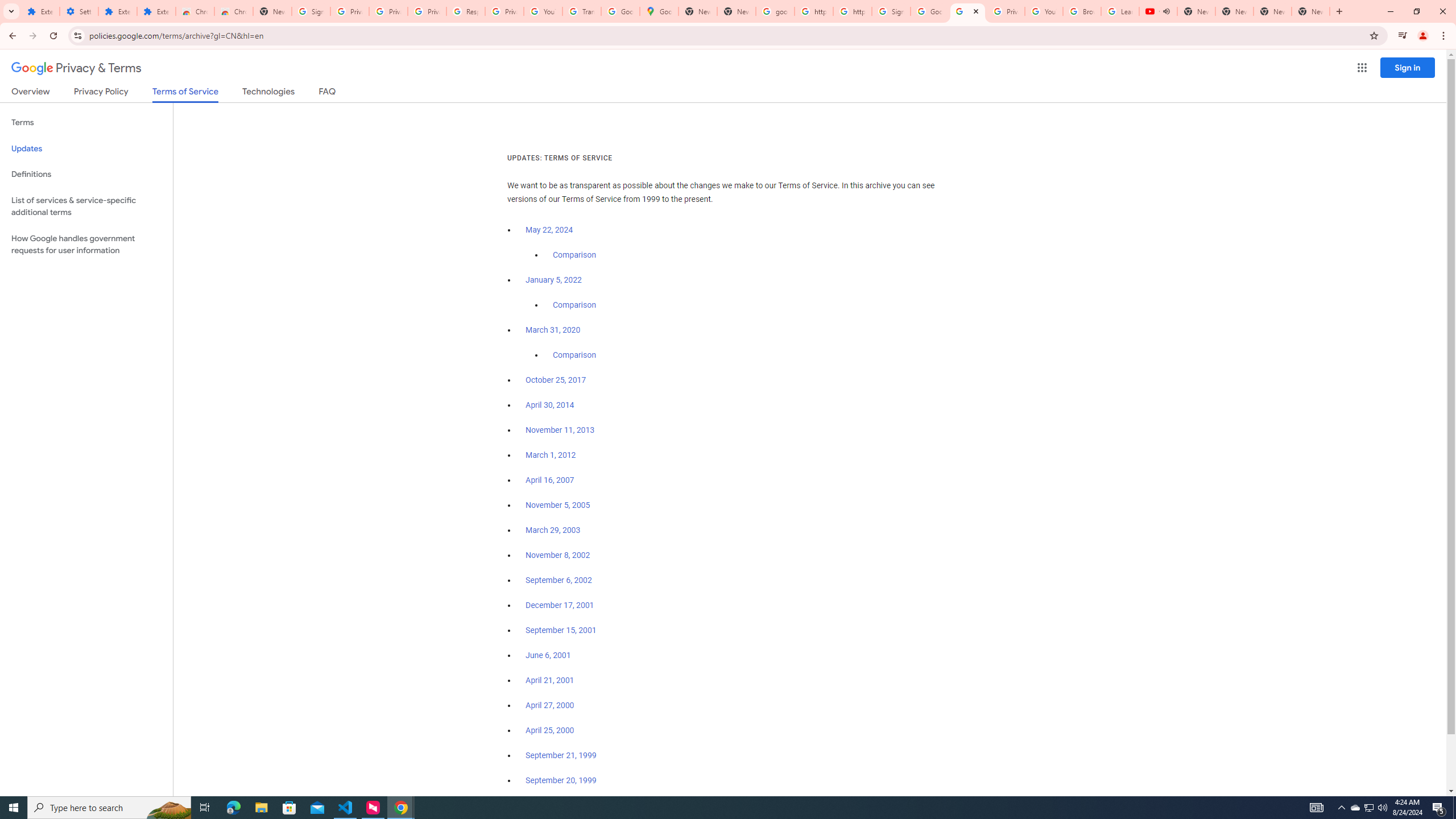 Image resolution: width=1456 pixels, height=819 pixels. I want to click on 'Terms of Service', so click(185, 94).